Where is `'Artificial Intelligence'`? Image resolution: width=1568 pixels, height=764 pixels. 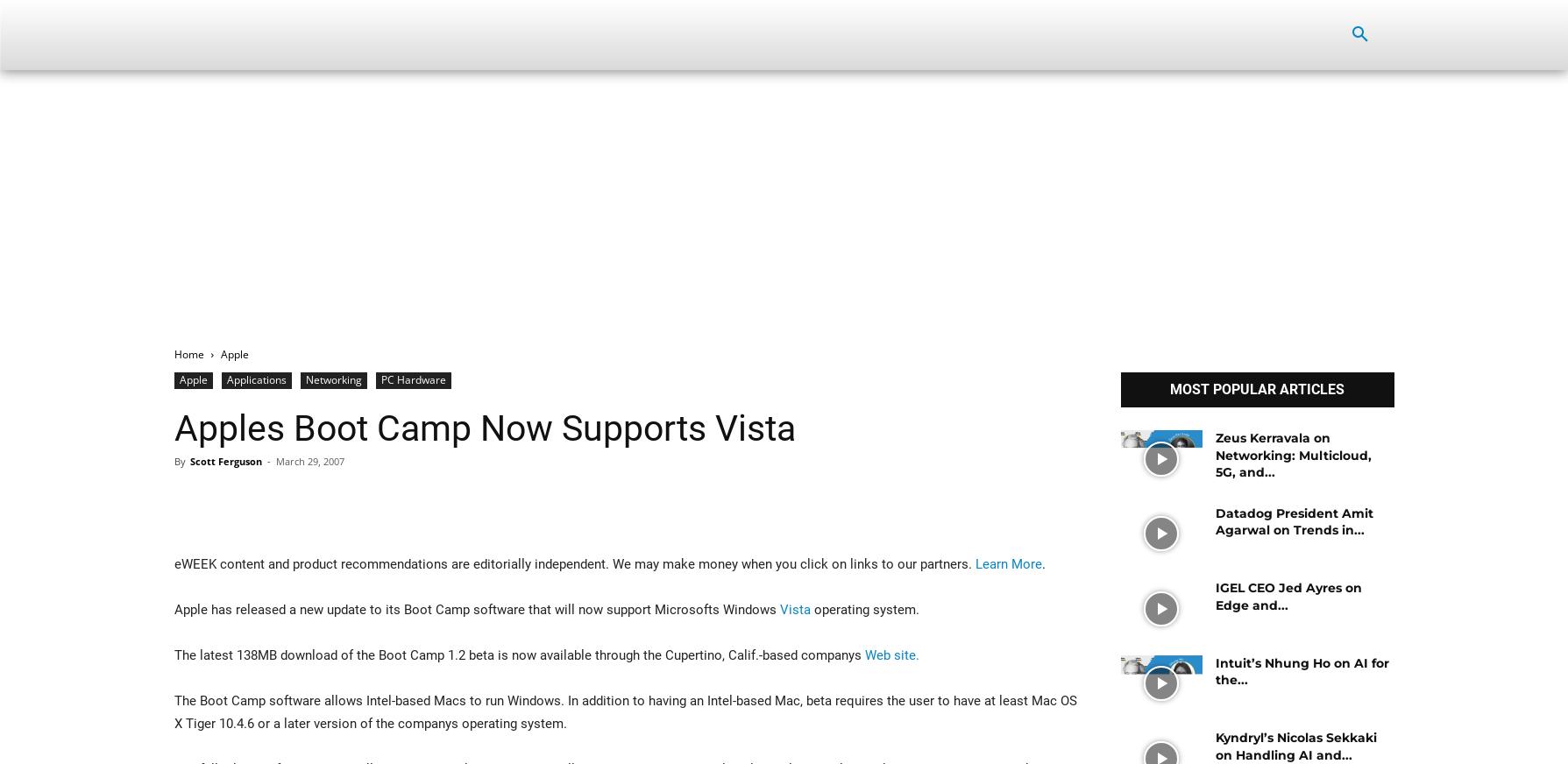
'Artificial Intelligence' is located at coordinates (616, 34).